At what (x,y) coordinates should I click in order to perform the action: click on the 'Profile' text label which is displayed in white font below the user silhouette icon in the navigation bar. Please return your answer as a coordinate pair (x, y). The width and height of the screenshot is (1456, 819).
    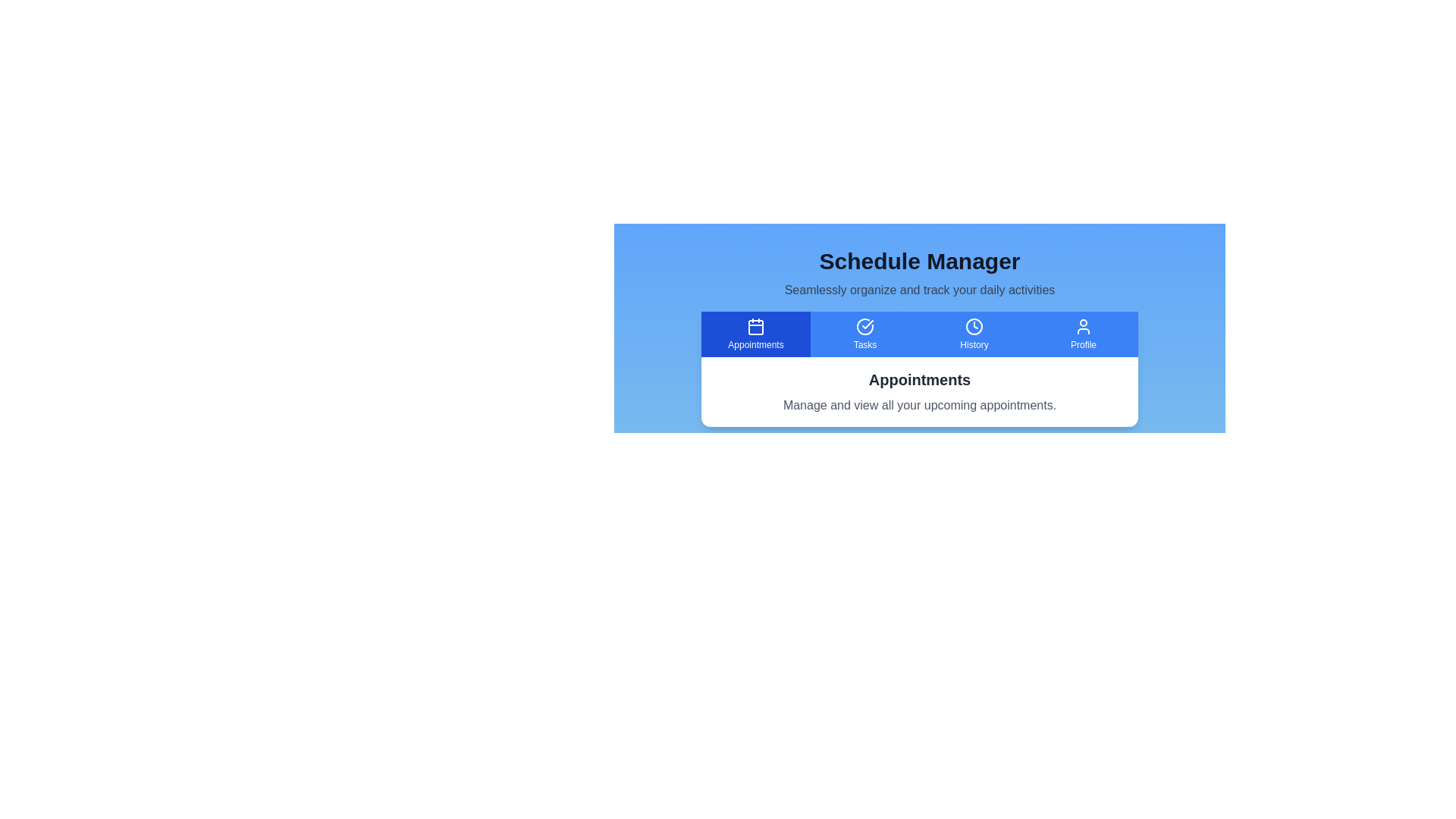
    Looking at the image, I should click on (1083, 345).